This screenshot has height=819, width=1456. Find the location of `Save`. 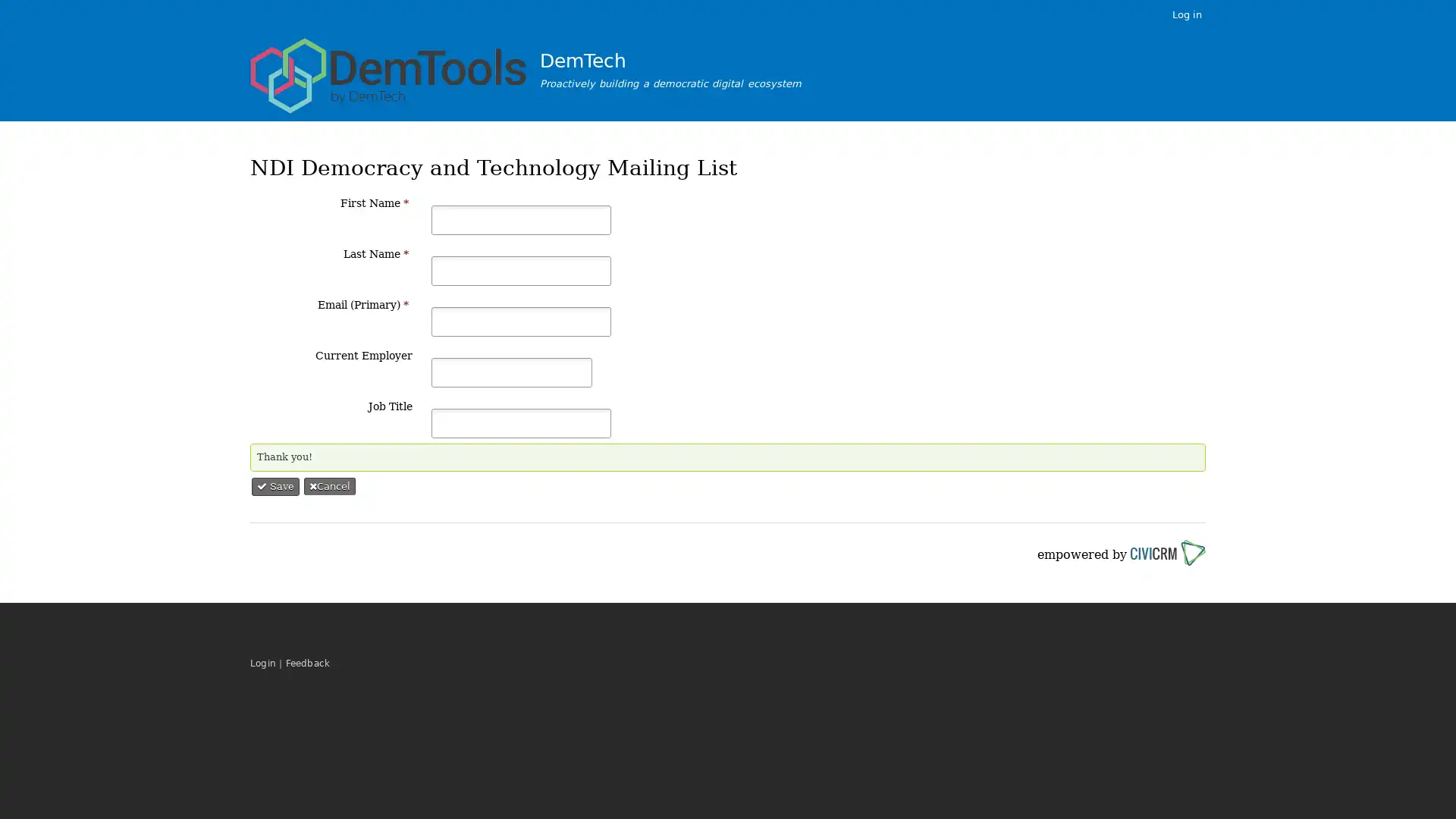

Save is located at coordinates (275, 486).